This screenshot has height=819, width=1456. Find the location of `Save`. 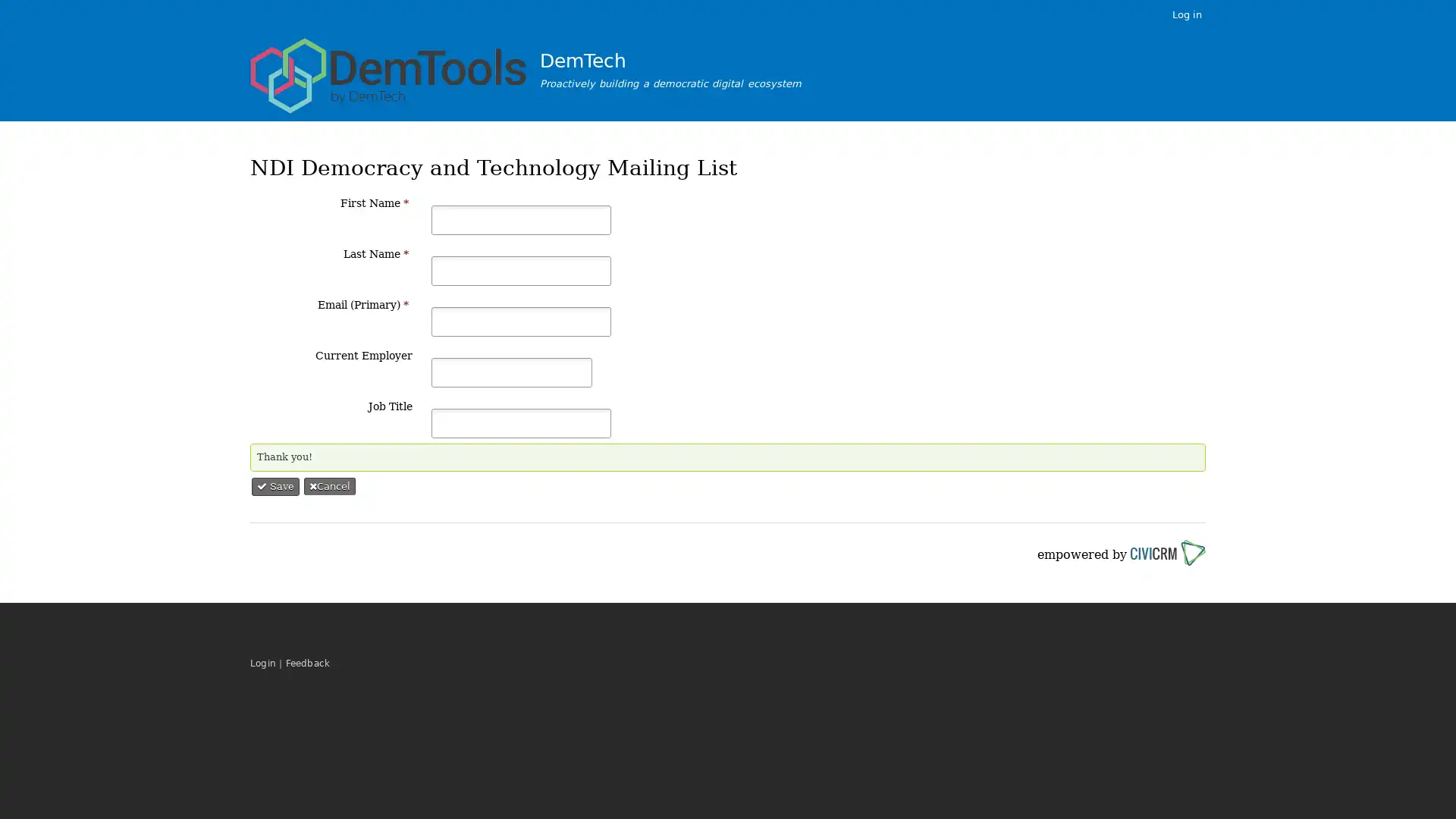

Save is located at coordinates (275, 486).